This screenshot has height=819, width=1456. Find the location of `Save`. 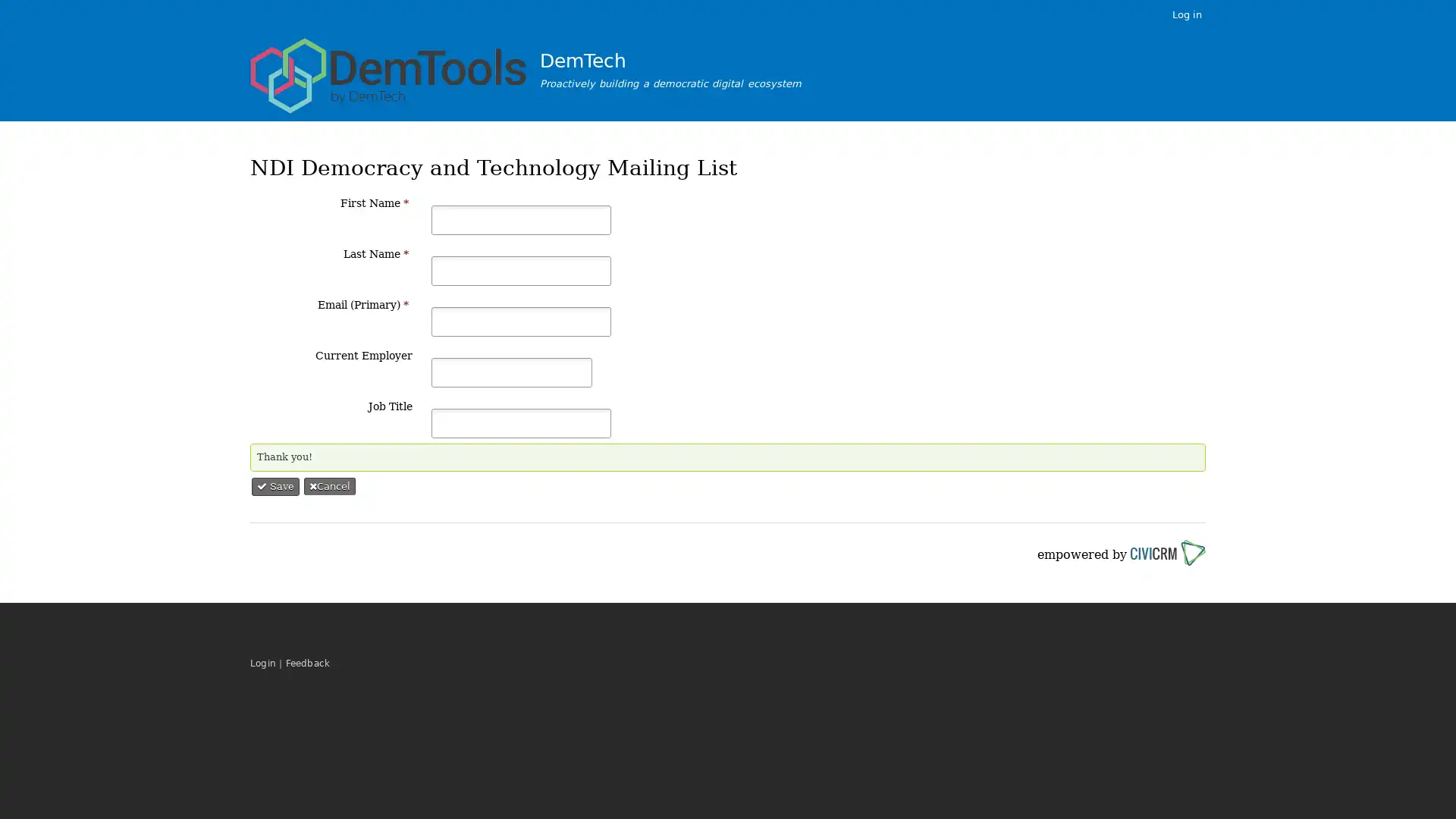

Save is located at coordinates (275, 486).